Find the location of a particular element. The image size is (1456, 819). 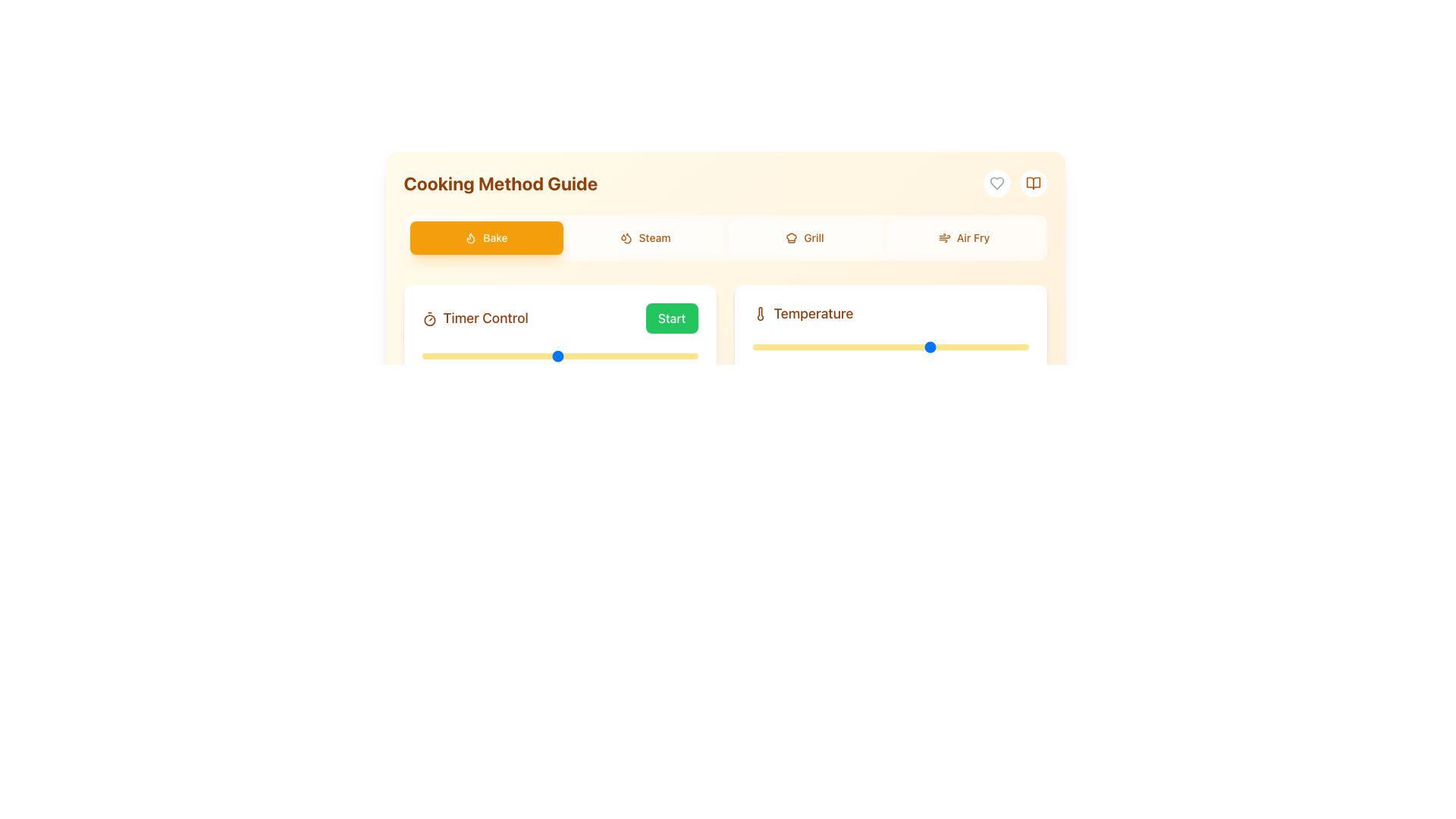

the second droplet icon in the 'Cooking Method Guide' section, which is filled with a gradient or uniform fill style and located horizontally among other icons is located at coordinates (628, 238).